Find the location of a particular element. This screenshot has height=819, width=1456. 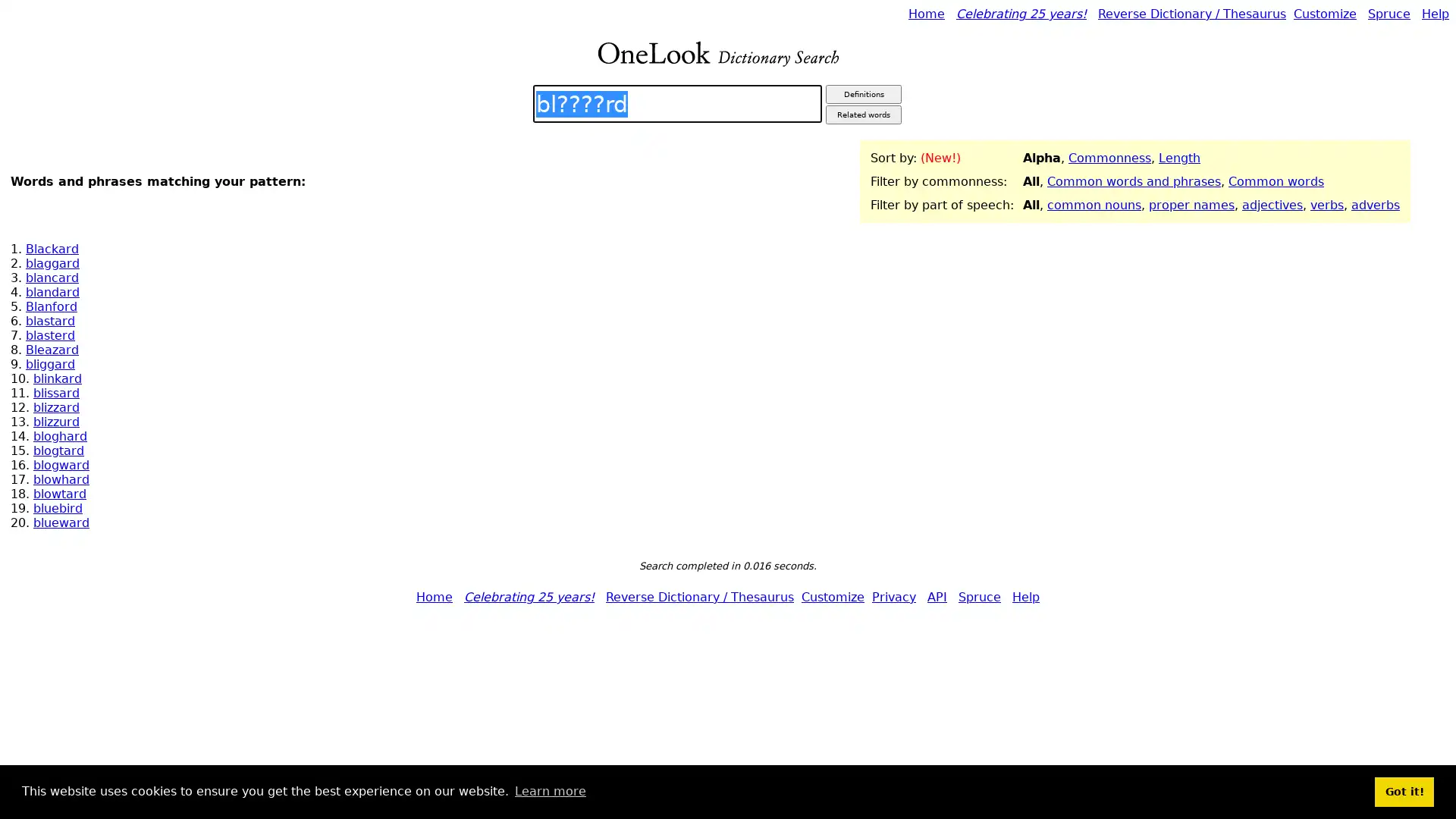

dismiss cookie message is located at coordinates (1404, 791).